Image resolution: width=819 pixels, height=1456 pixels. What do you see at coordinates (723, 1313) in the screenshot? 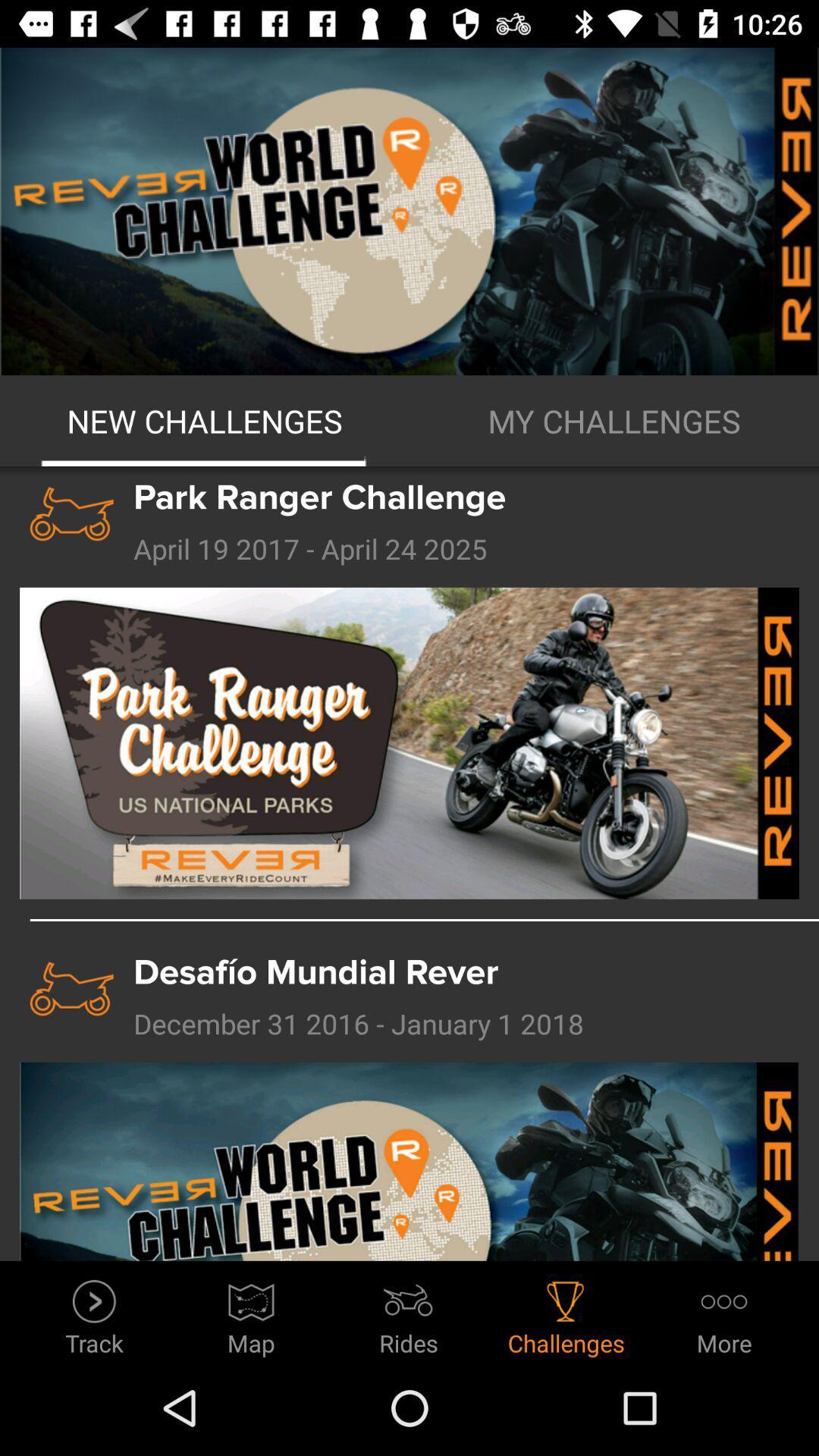
I see `the icon to the right of challenges` at bounding box center [723, 1313].